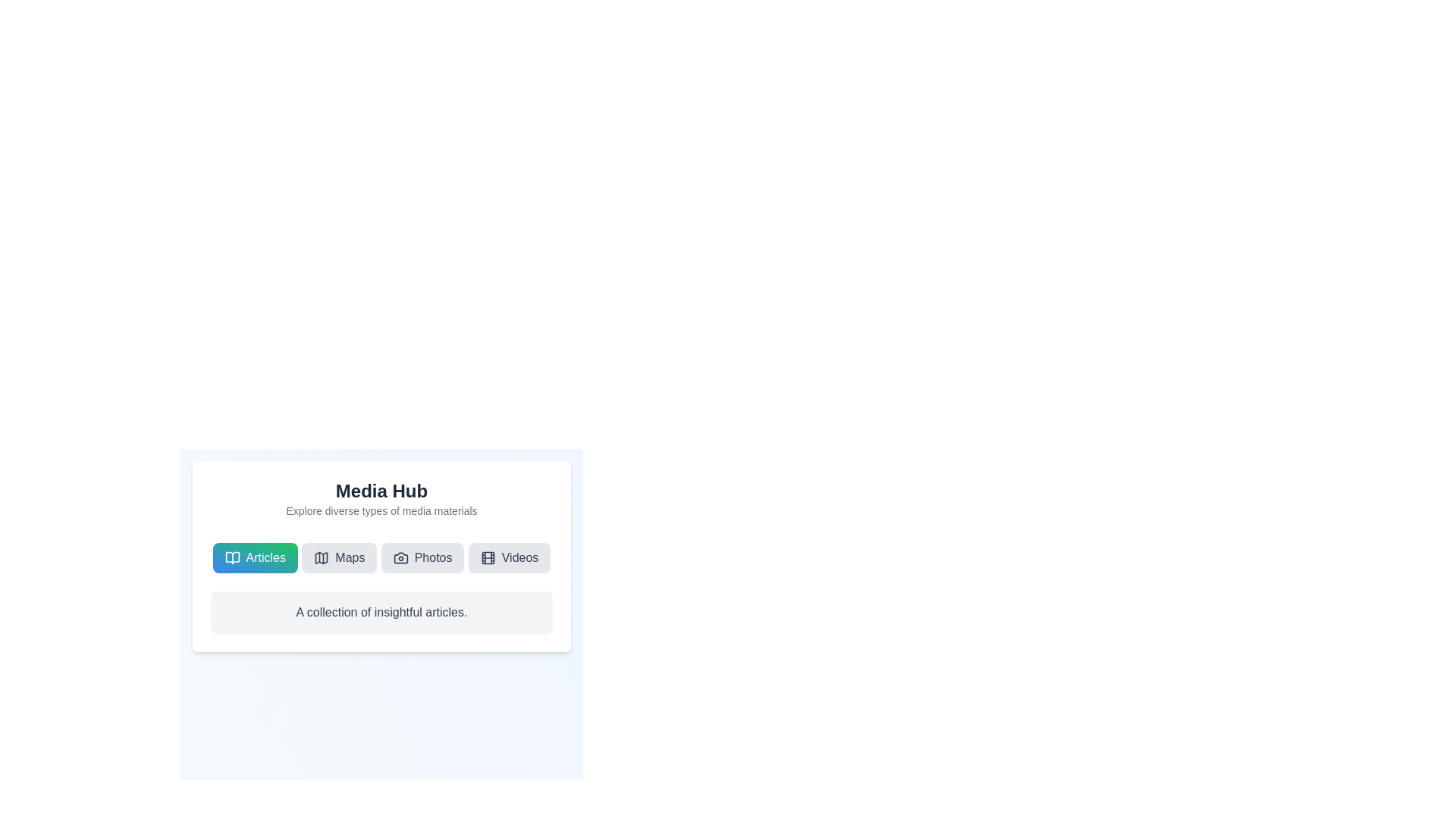 This screenshot has height=819, width=1456. What do you see at coordinates (422, 558) in the screenshot?
I see `the 'Photos' button, which is a rectangular button with a camera icon and the text 'Photos' on its right, located centrally in the row of buttons under 'Media Hub'` at bounding box center [422, 558].